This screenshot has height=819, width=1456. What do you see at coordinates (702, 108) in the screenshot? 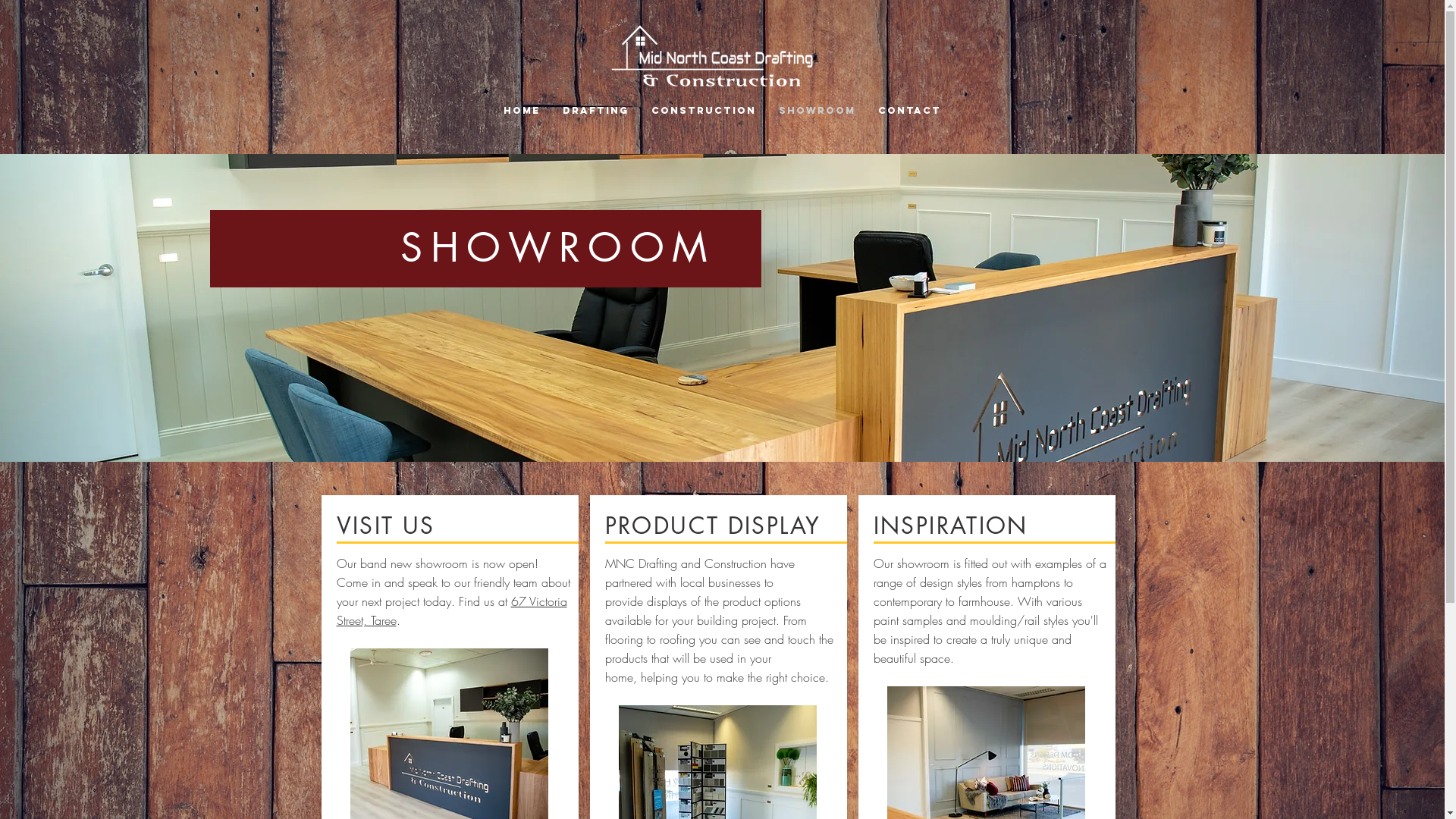
I see `'CONSTRUCTION'` at bounding box center [702, 108].